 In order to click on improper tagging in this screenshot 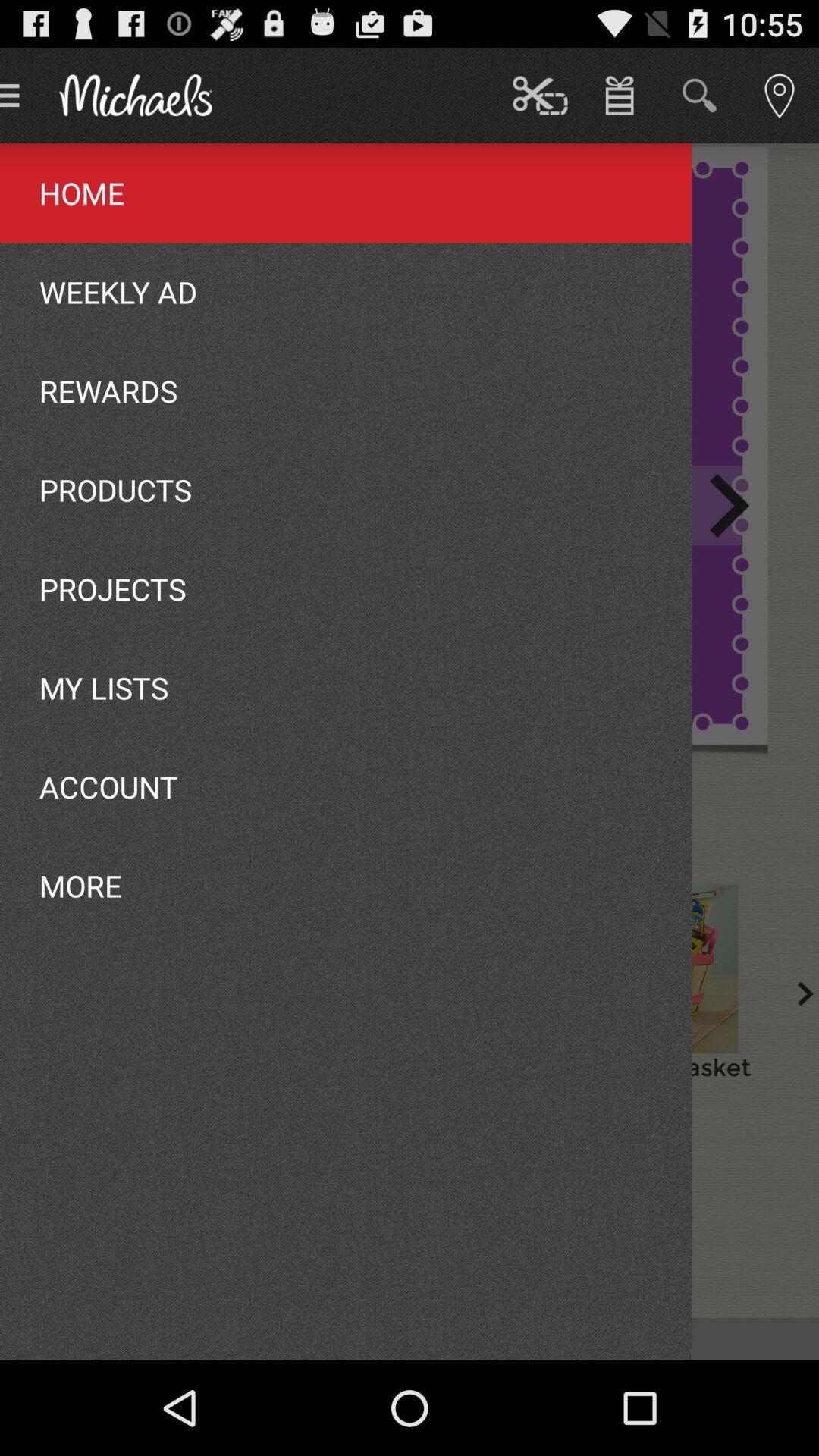, I will do `click(668, 968)`.